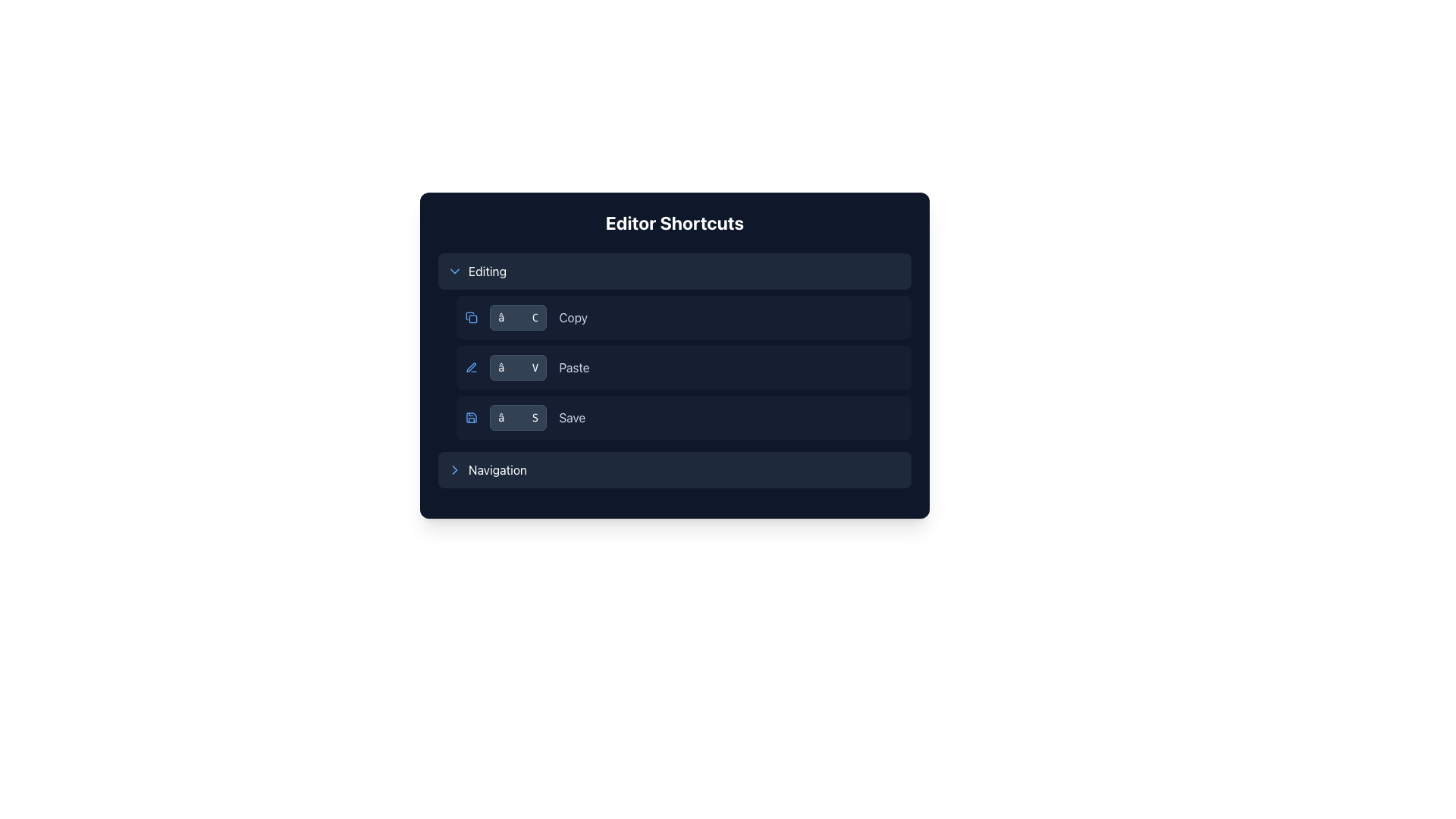 The image size is (1456, 819). I want to click on the Text label that identifies the editing functionalities within the 'Editor Shortcuts' section, which is surrounded by a dark blue rectangular background and located to the right of a down-arrow chevron icon, so click(488, 271).